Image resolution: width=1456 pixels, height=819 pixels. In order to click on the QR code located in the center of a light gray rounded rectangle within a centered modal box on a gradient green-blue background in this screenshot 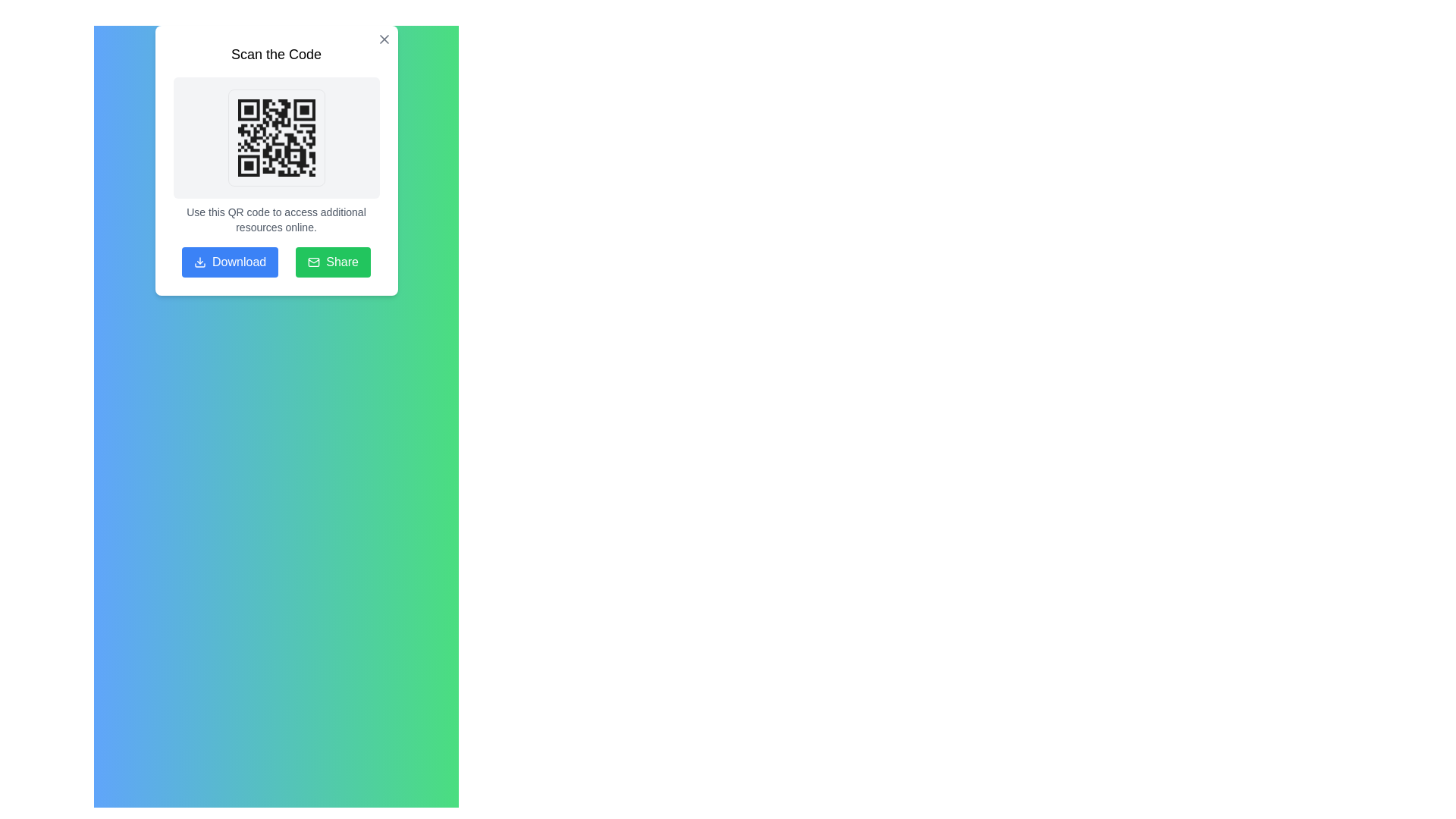, I will do `click(276, 137)`.